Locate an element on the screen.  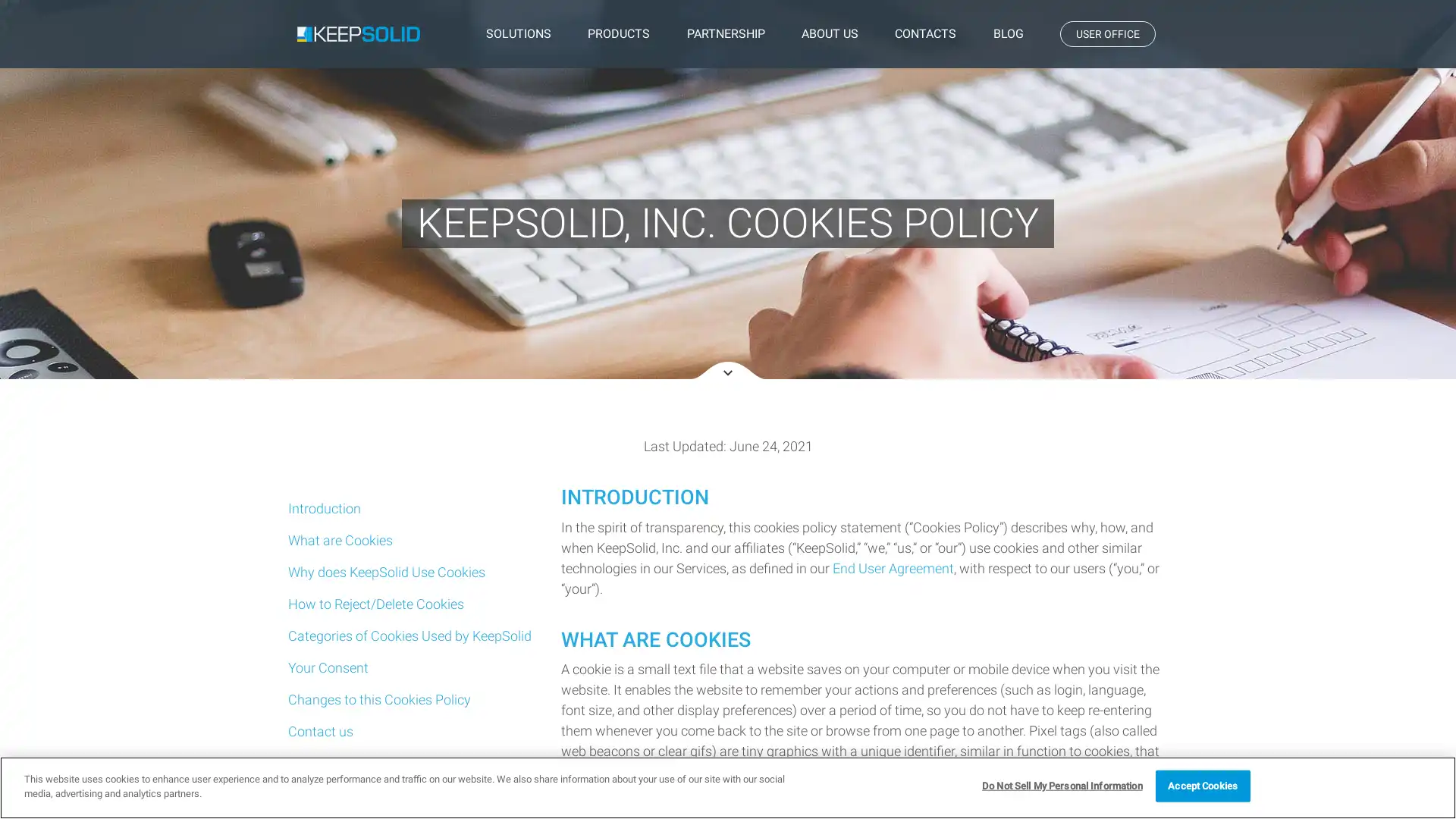
Accept Cookies is located at coordinates (1201, 785).